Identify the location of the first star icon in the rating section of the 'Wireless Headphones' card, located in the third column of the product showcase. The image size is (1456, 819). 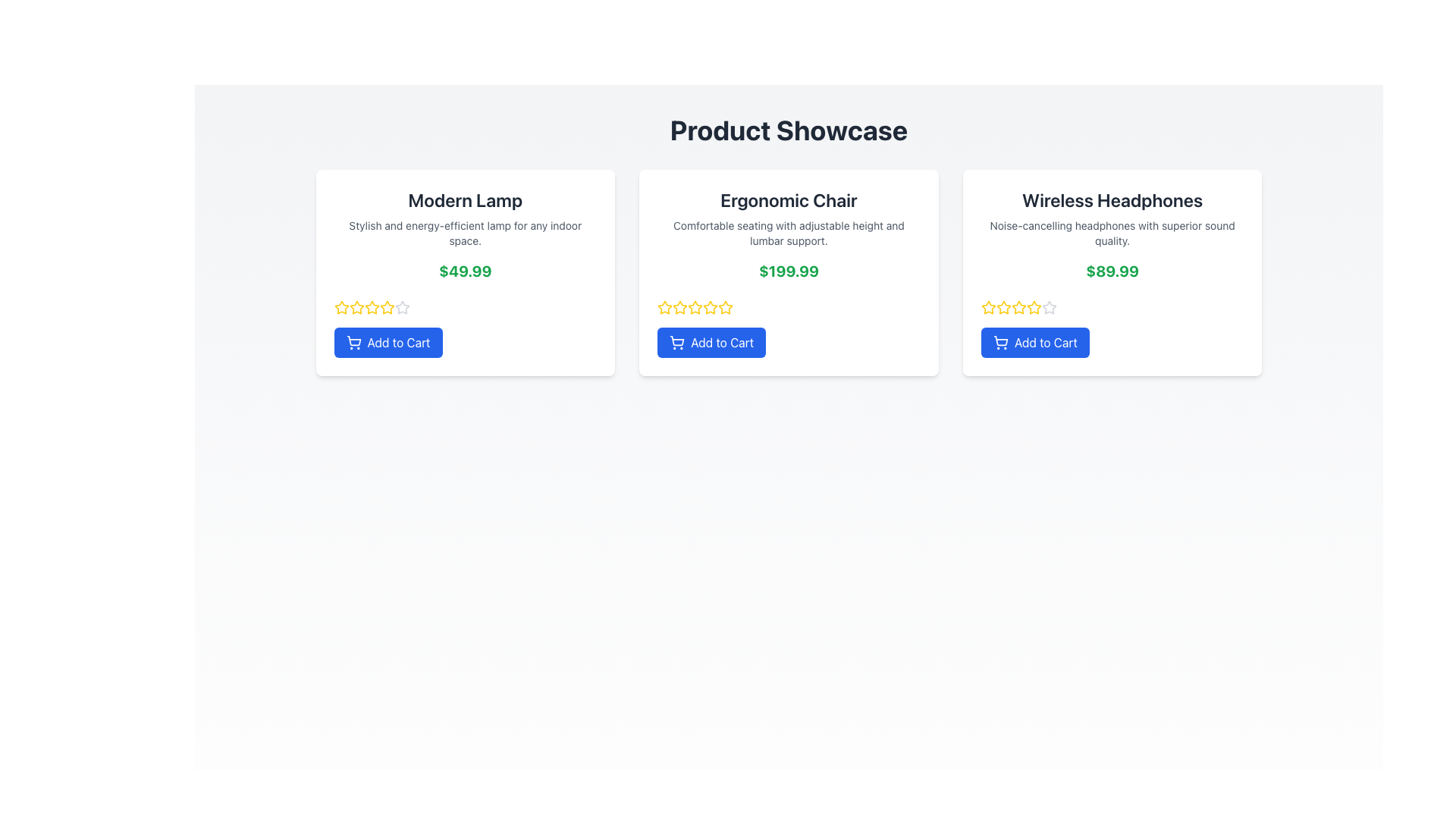
(988, 307).